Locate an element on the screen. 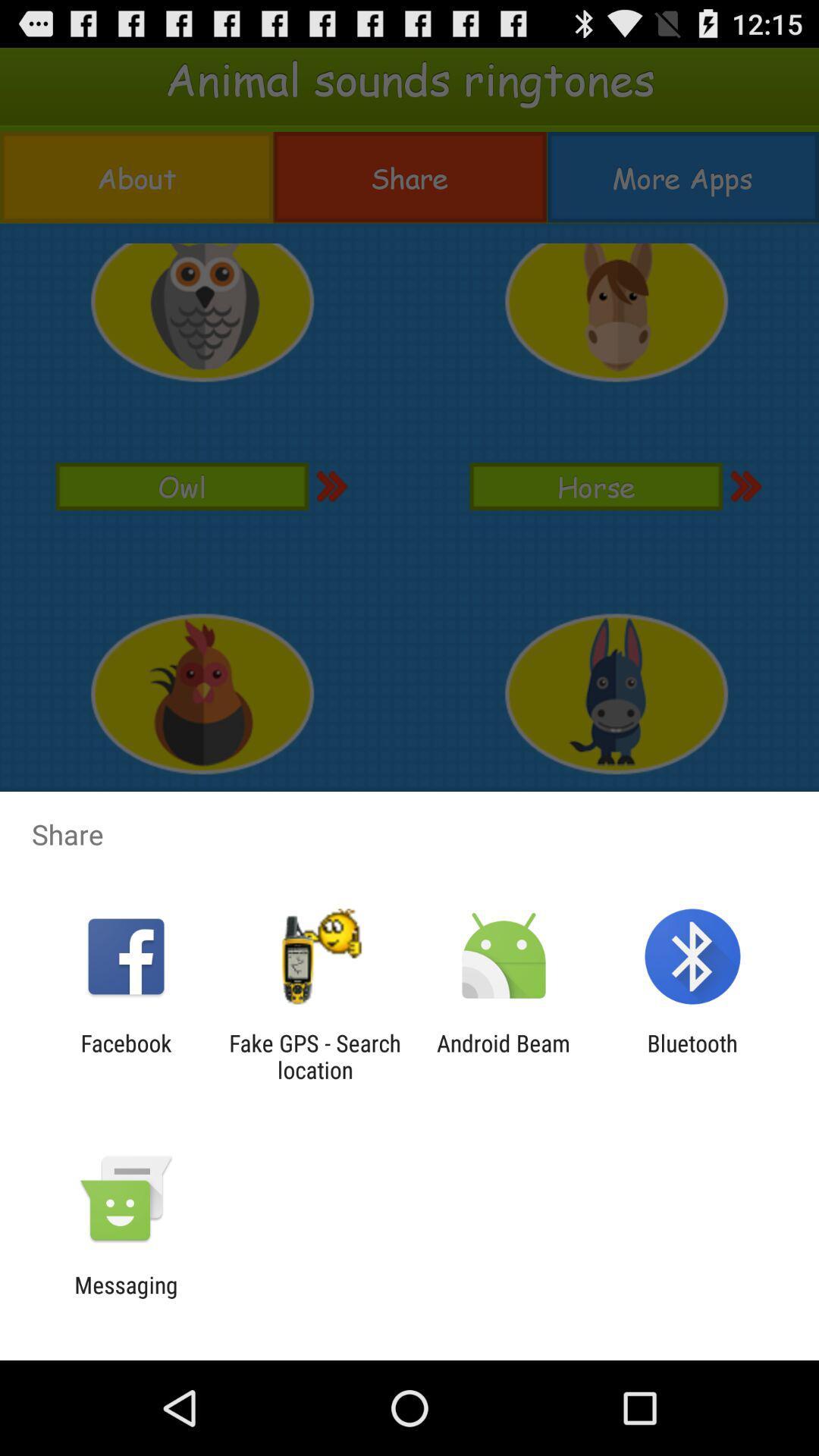  item to the left of android beam item is located at coordinates (314, 1056).